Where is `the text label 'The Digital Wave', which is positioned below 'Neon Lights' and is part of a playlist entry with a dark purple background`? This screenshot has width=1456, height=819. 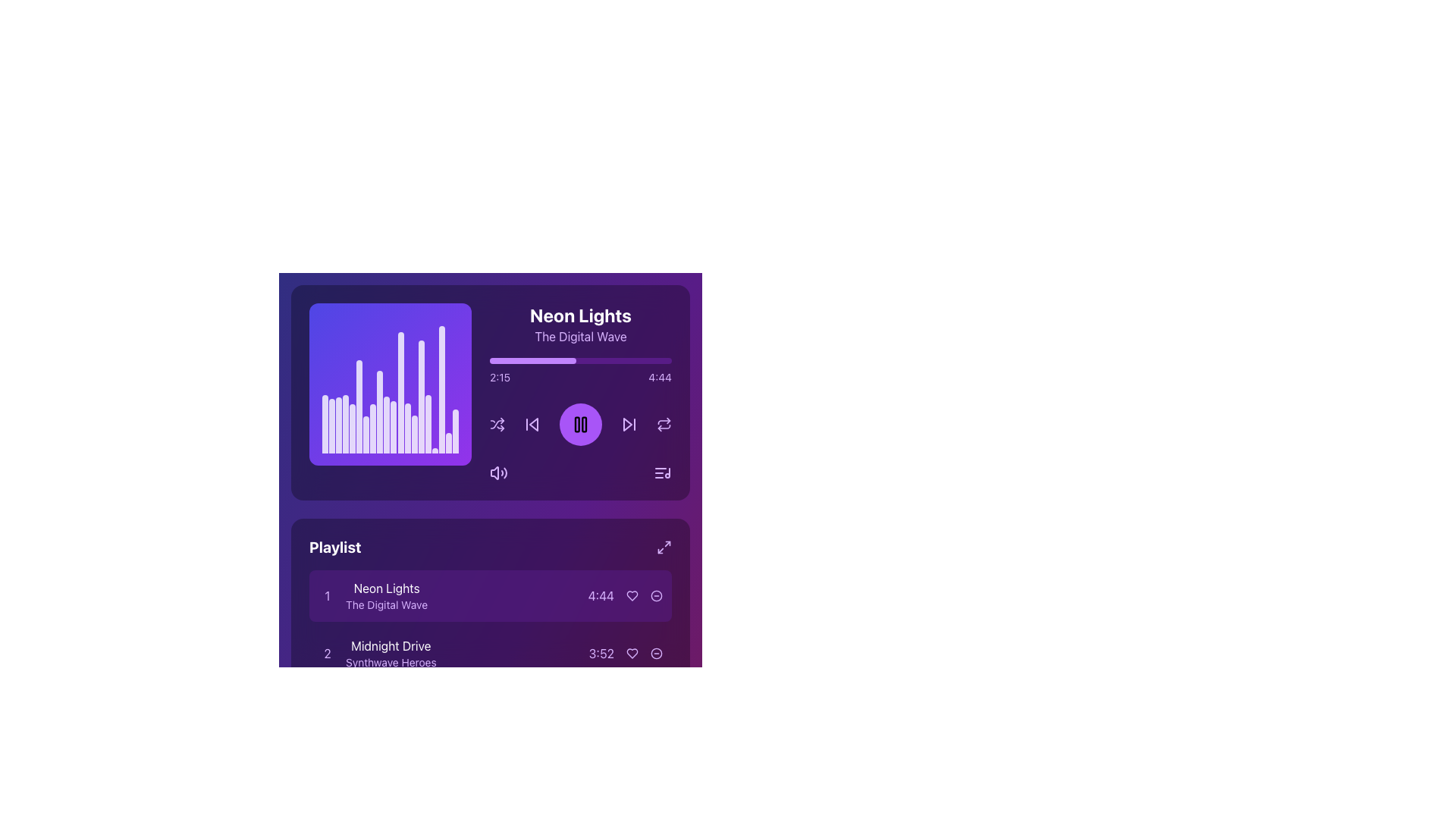
the text label 'The Digital Wave', which is positioned below 'Neon Lights' and is part of a playlist entry with a dark purple background is located at coordinates (387, 604).